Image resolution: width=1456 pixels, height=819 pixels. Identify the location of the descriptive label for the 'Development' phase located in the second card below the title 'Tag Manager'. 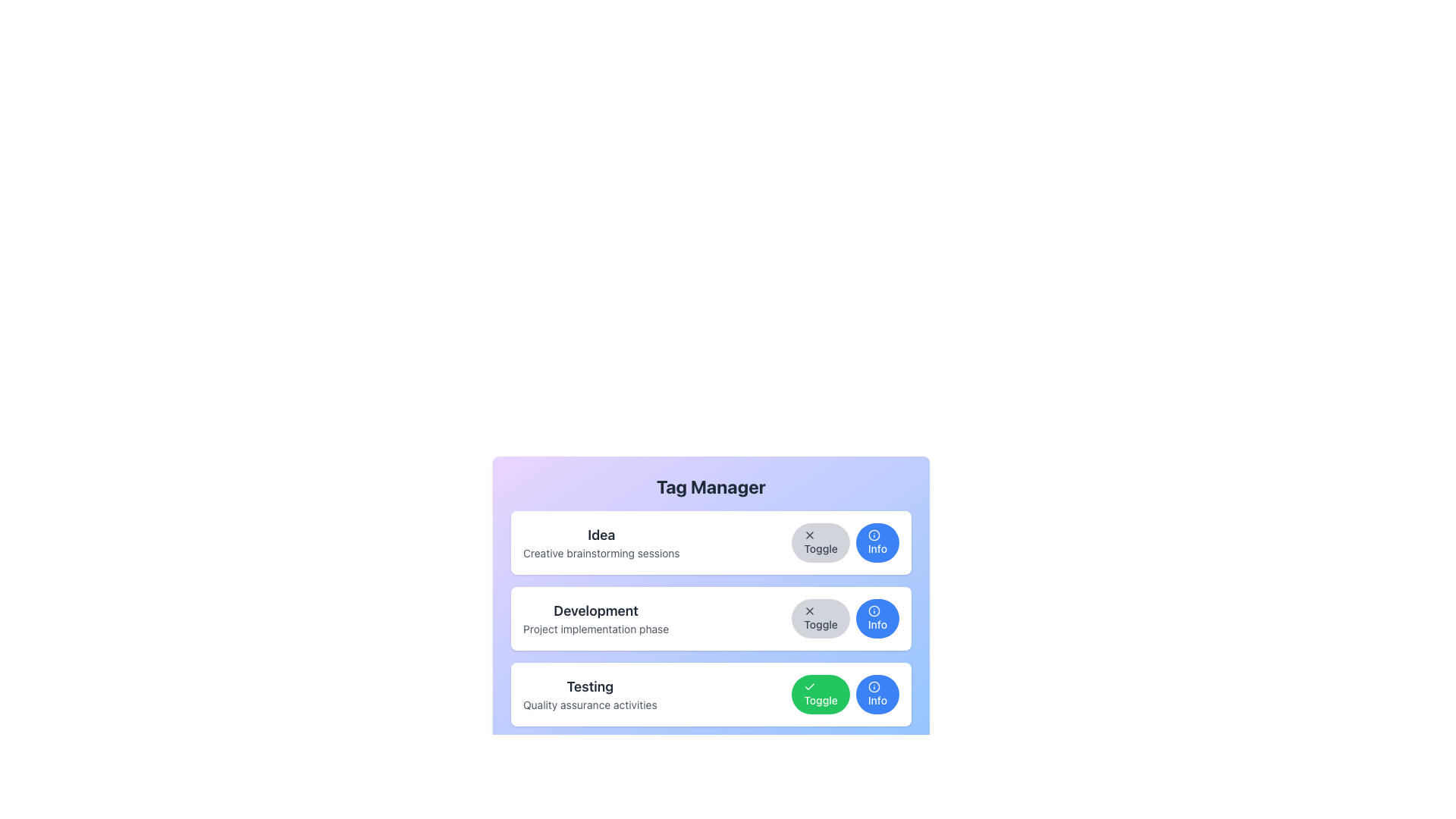
(595, 619).